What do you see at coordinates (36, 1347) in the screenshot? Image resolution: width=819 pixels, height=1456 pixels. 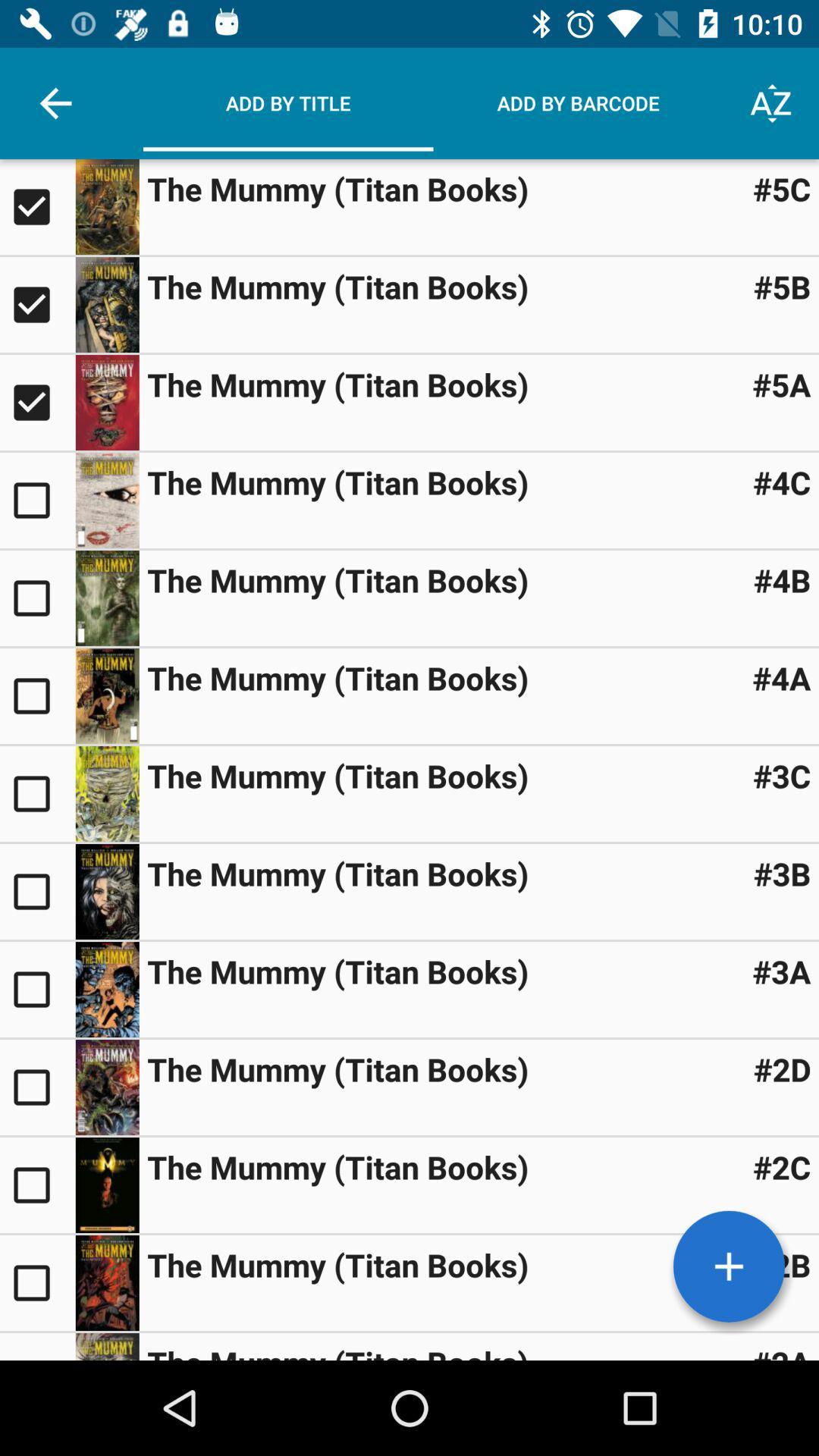 I see `a book` at bounding box center [36, 1347].